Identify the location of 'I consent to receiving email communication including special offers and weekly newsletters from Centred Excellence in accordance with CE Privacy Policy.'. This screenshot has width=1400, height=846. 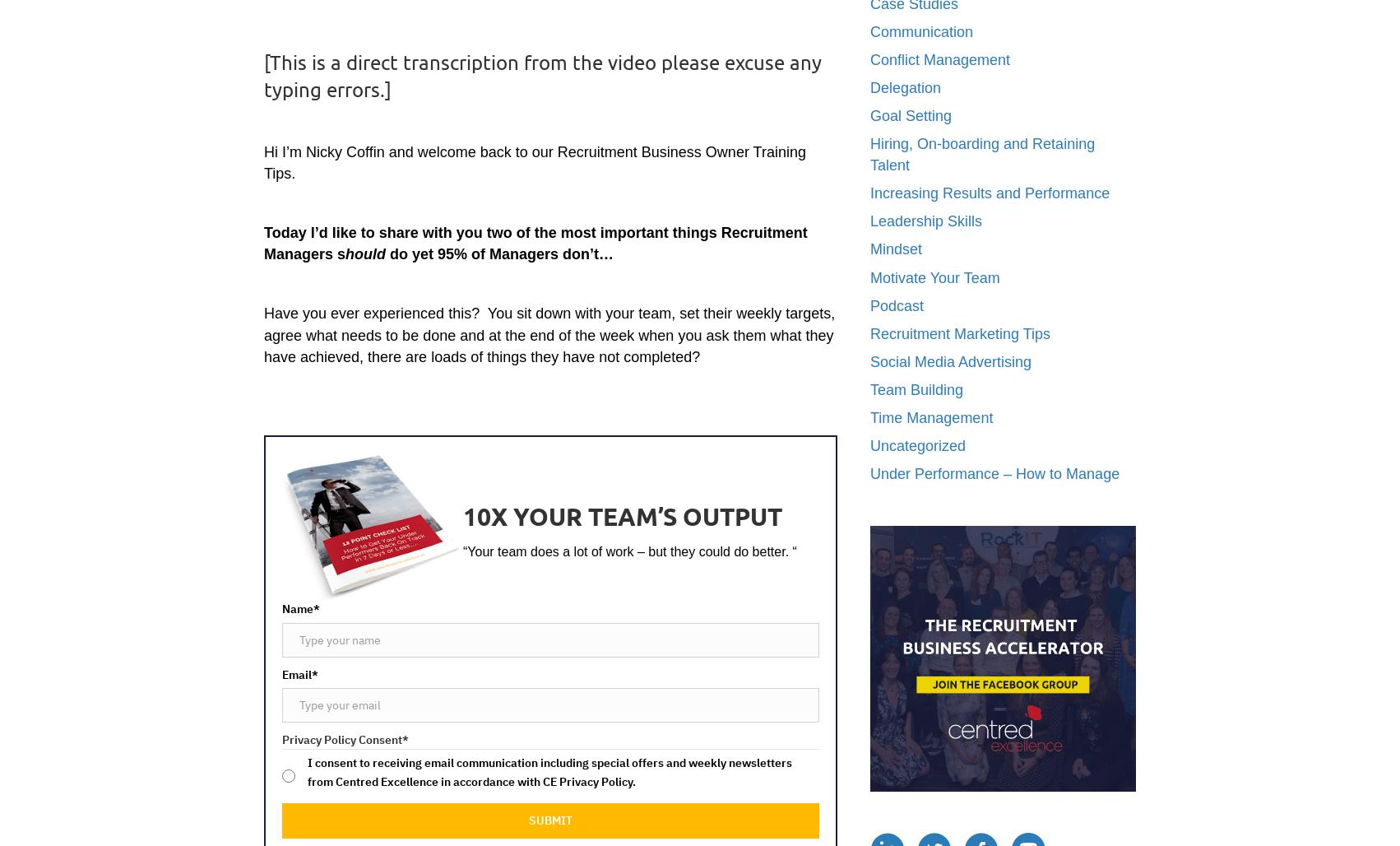
(549, 772).